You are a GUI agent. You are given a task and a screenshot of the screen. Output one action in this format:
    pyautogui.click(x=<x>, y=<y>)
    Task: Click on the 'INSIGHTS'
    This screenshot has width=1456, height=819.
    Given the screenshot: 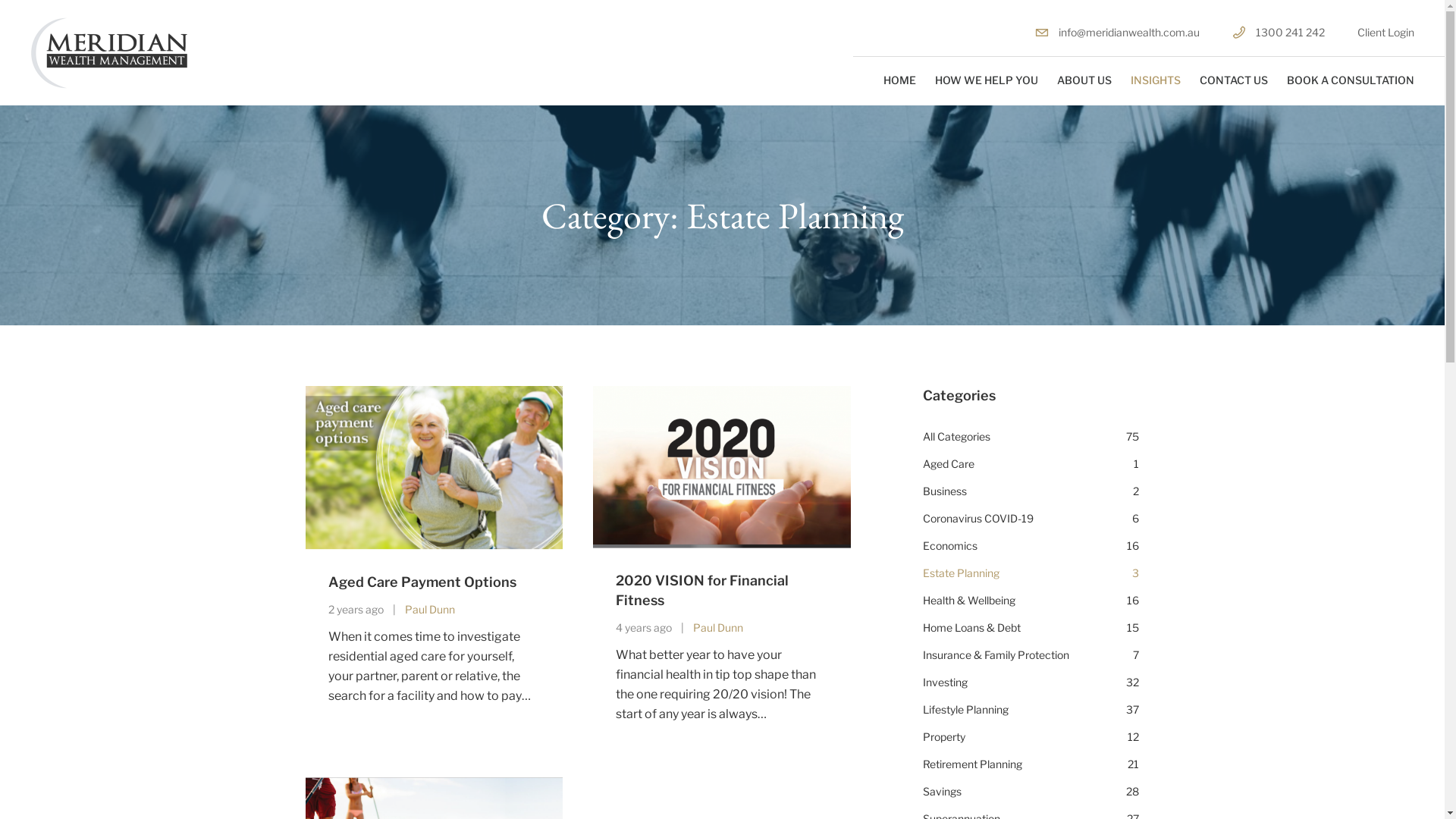 What is the action you would take?
    pyautogui.click(x=1154, y=80)
    